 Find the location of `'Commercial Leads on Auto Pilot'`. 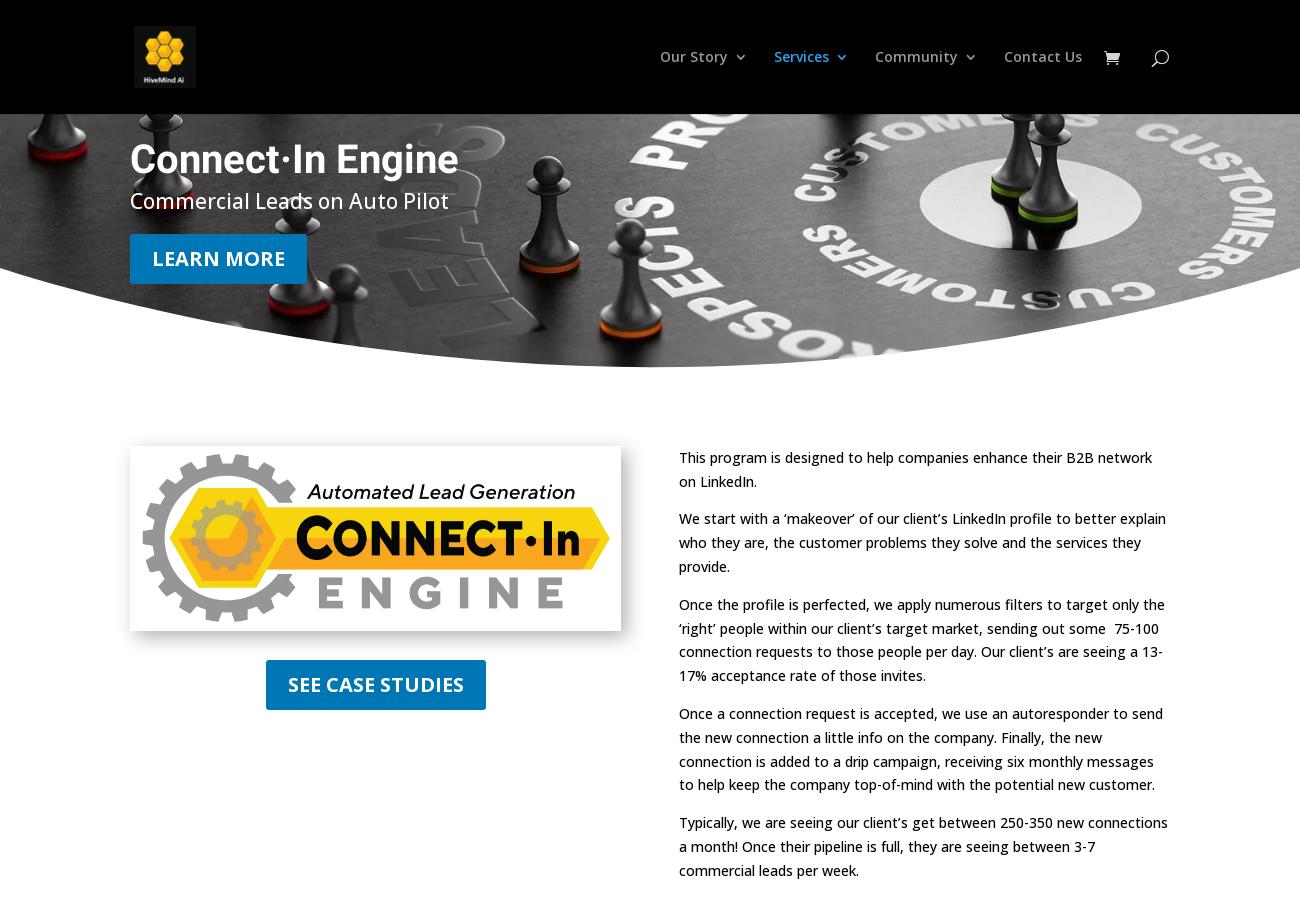

'Commercial Leads on Auto Pilot' is located at coordinates (289, 199).